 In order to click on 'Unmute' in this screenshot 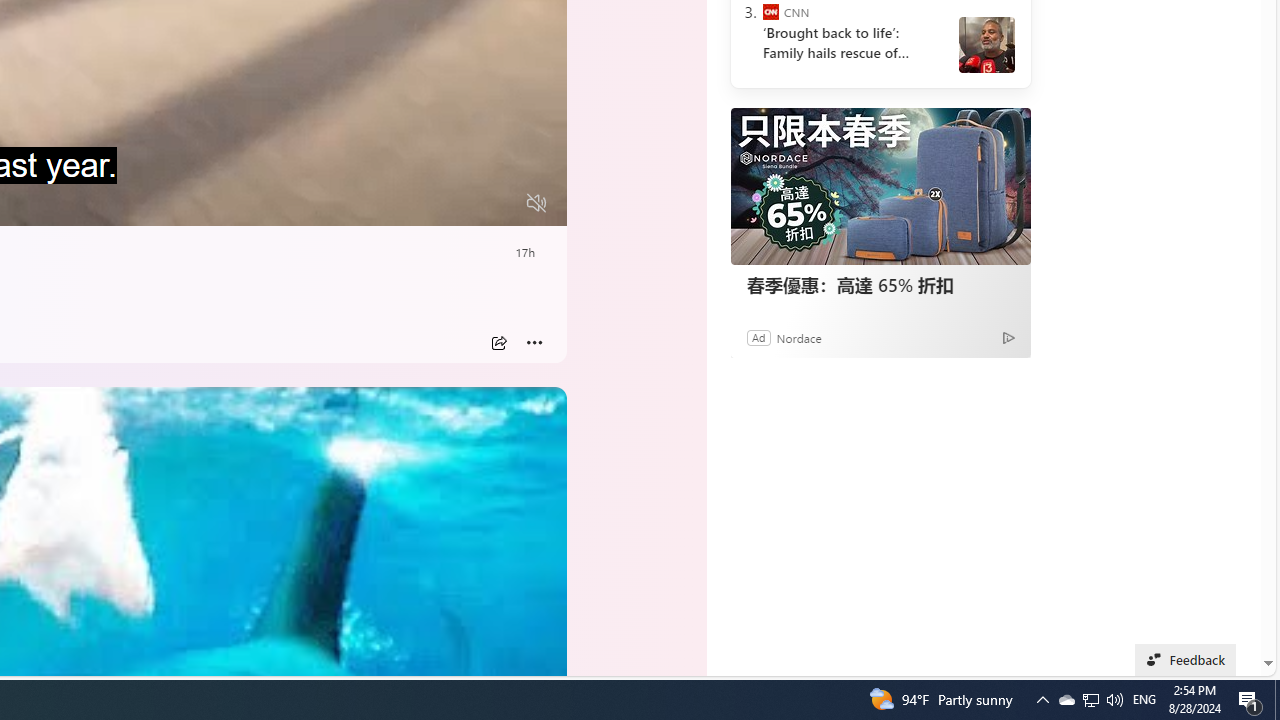, I will do `click(536, 203)`.